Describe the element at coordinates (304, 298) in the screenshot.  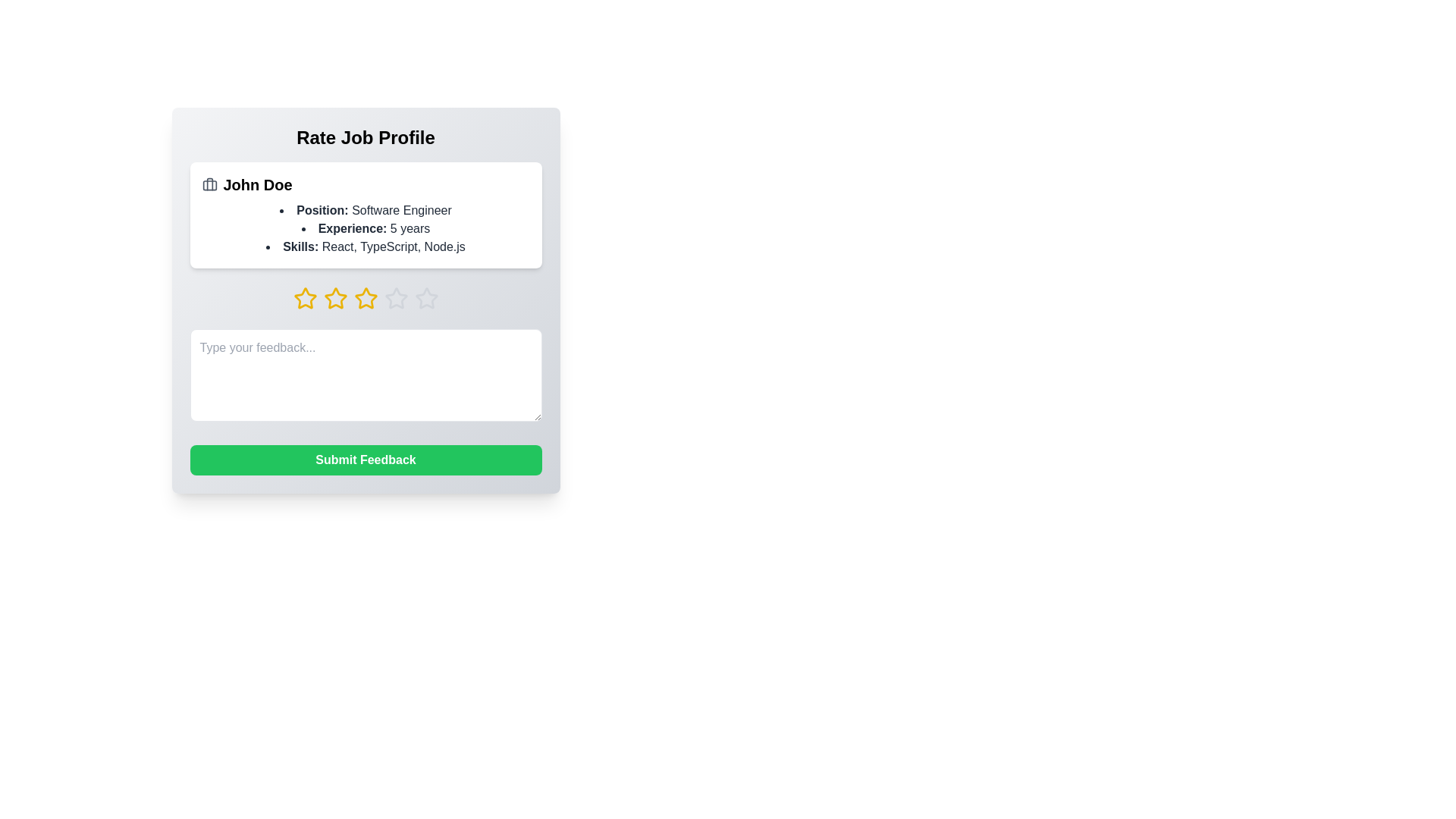
I see `the yellow hollow star icon, which is the first star in a row of five stars for rating, located below the profile information section and above the feedback input field` at that location.